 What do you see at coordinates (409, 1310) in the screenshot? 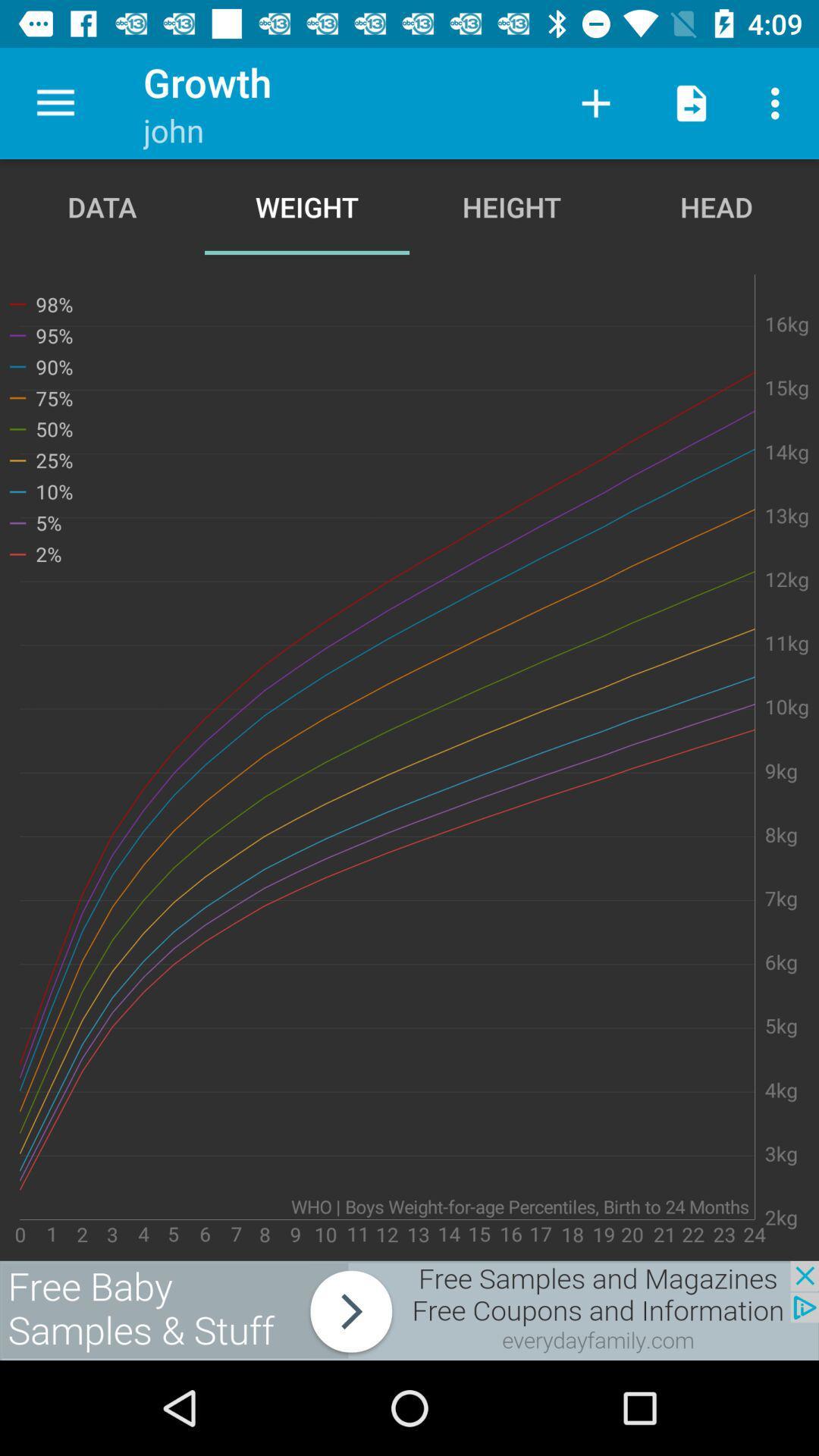
I see `advertisement` at bounding box center [409, 1310].